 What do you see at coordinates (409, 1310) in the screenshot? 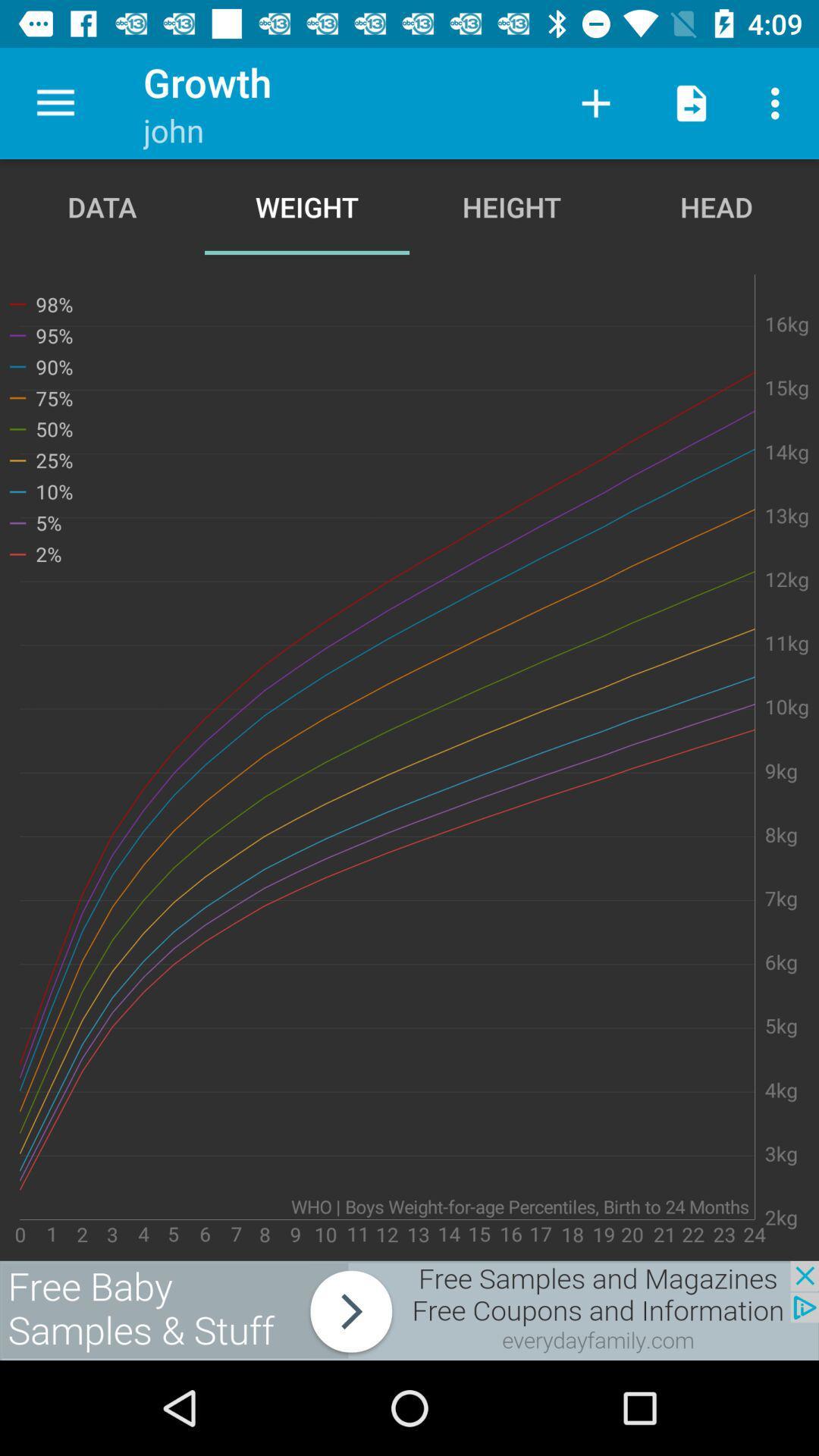
I see `advertisement` at bounding box center [409, 1310].